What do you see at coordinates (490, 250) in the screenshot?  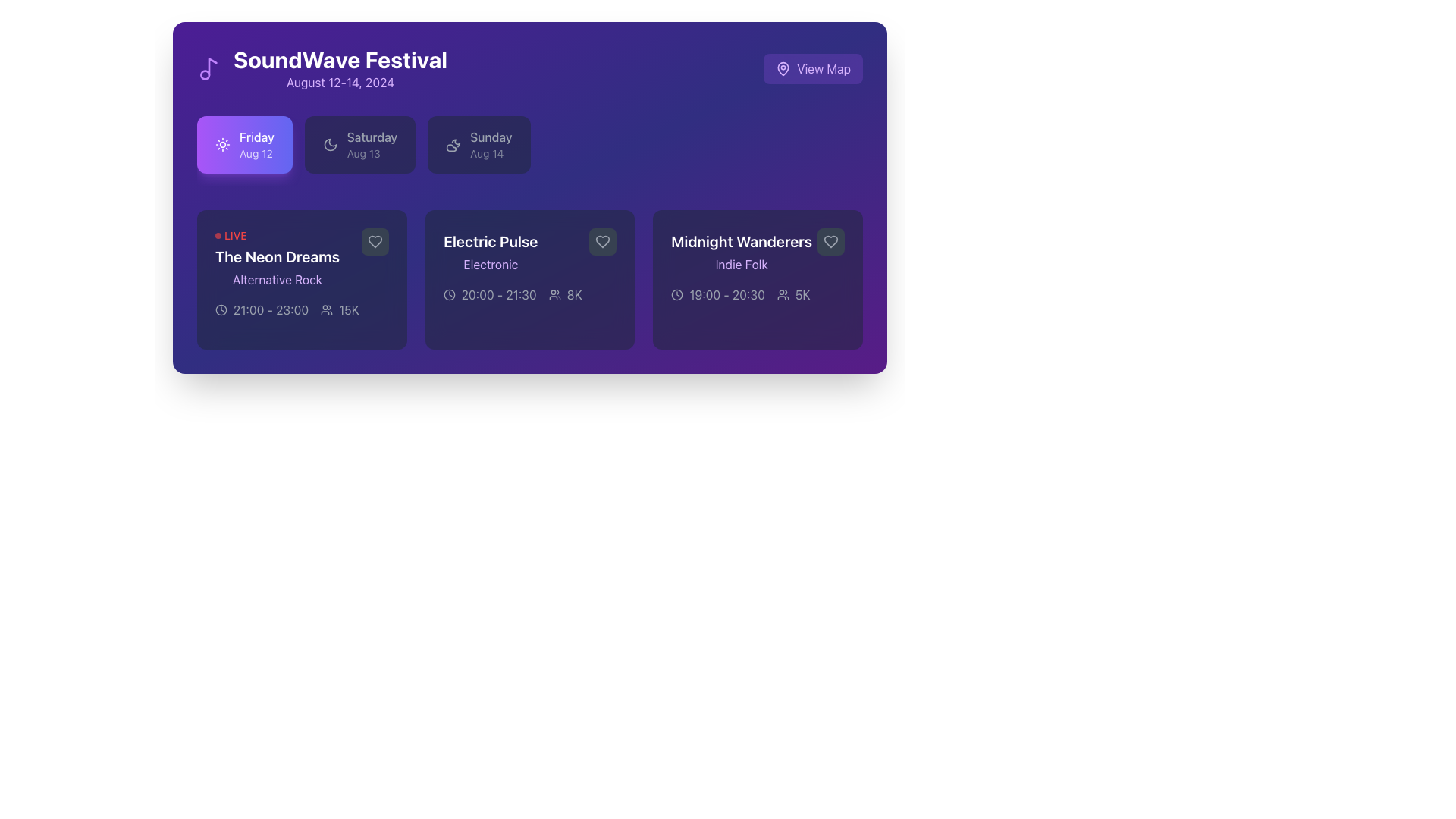 I see `the Text Display element that identifies the event 'Electric Pulse', which is located in the middle card of a three-card row display, positioned centrally between 'The Neon Dreams' and 'Midnight Wanderers'` at bounding box center [490, 250].